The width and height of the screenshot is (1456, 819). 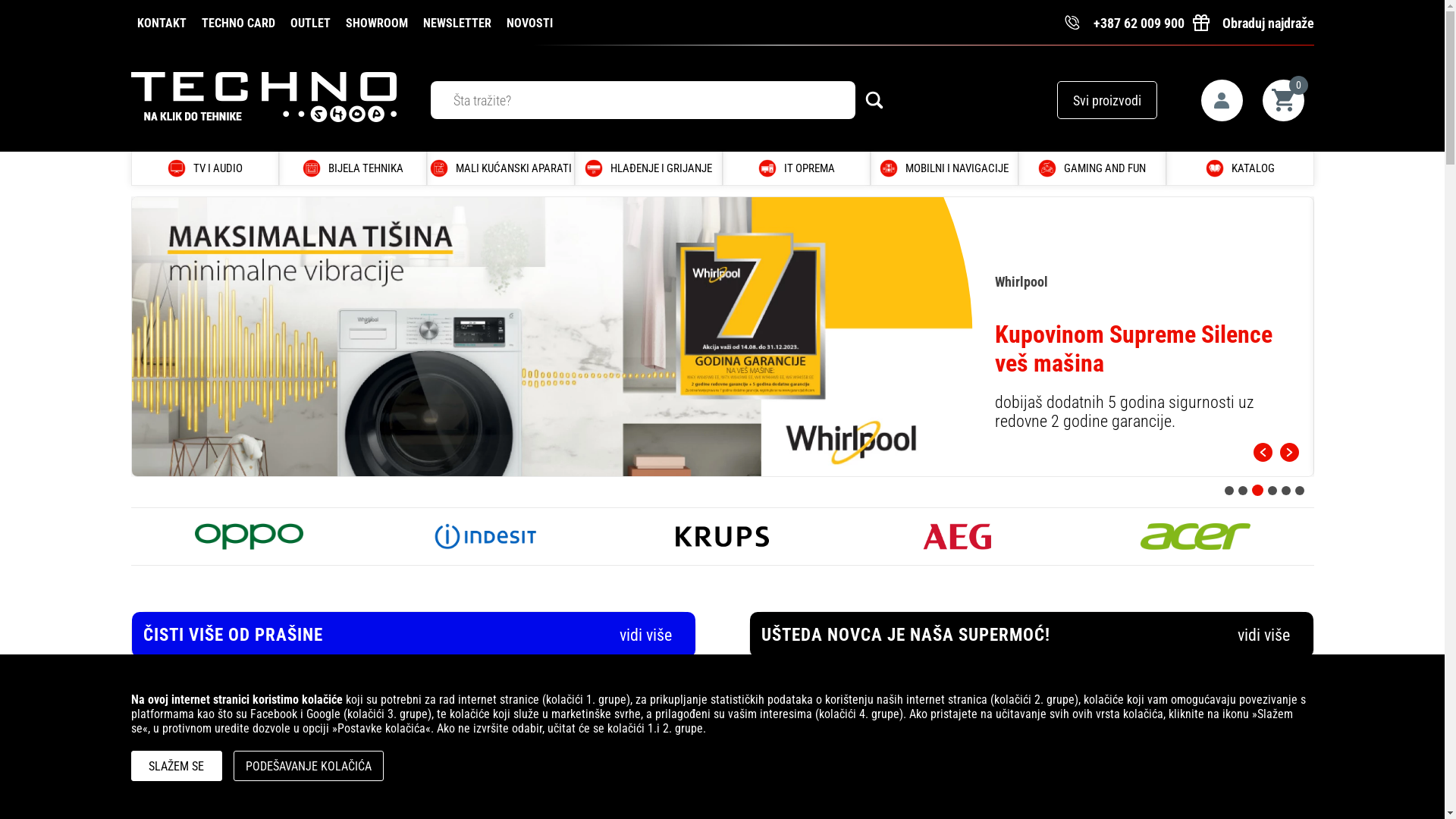 I want to click on 'KATALOG', so click(x=1249, y=168).